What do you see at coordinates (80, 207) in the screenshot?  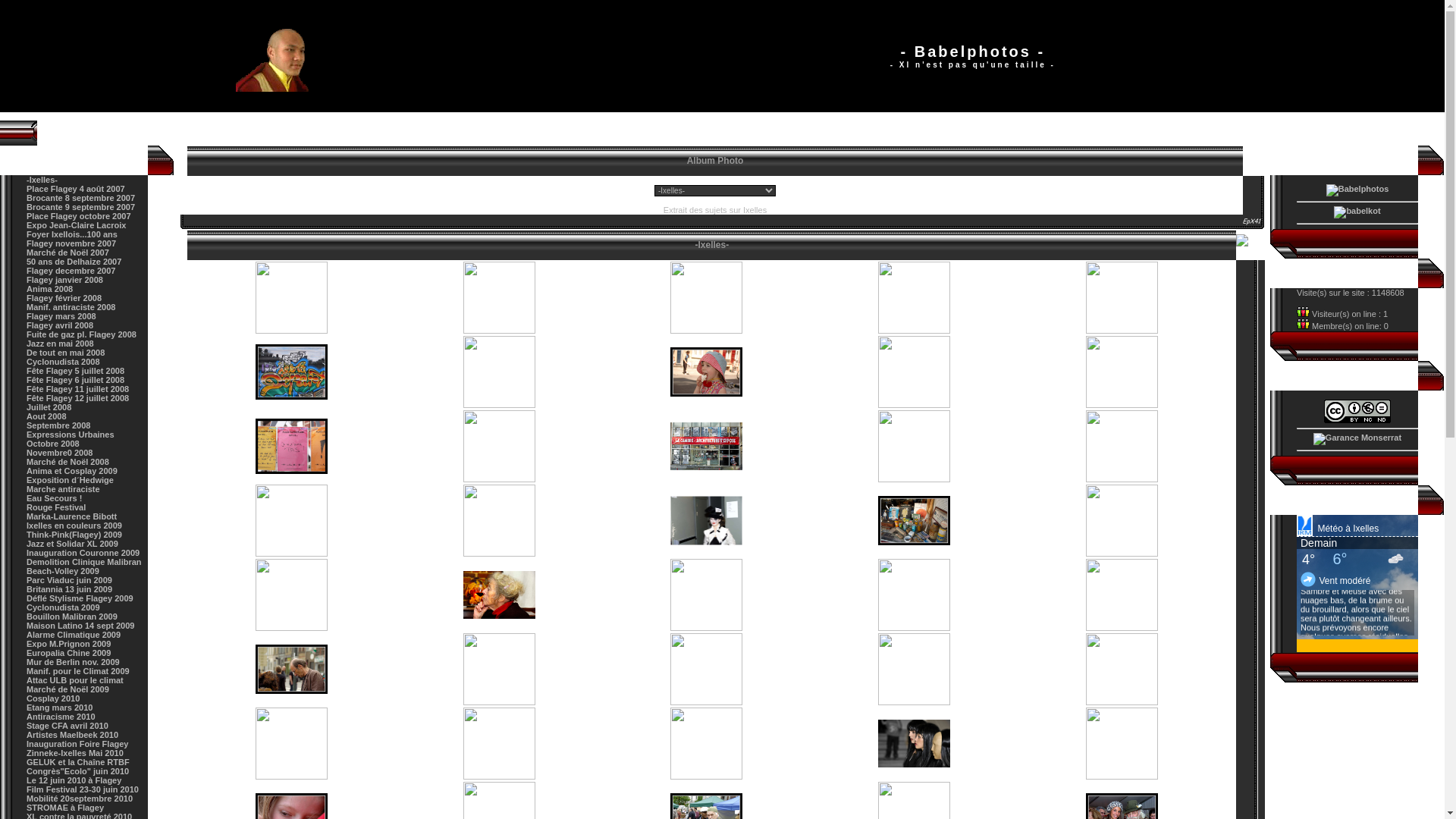 I see `'Brocante 9 septembre 2007'` at bounding box center [80, 207].